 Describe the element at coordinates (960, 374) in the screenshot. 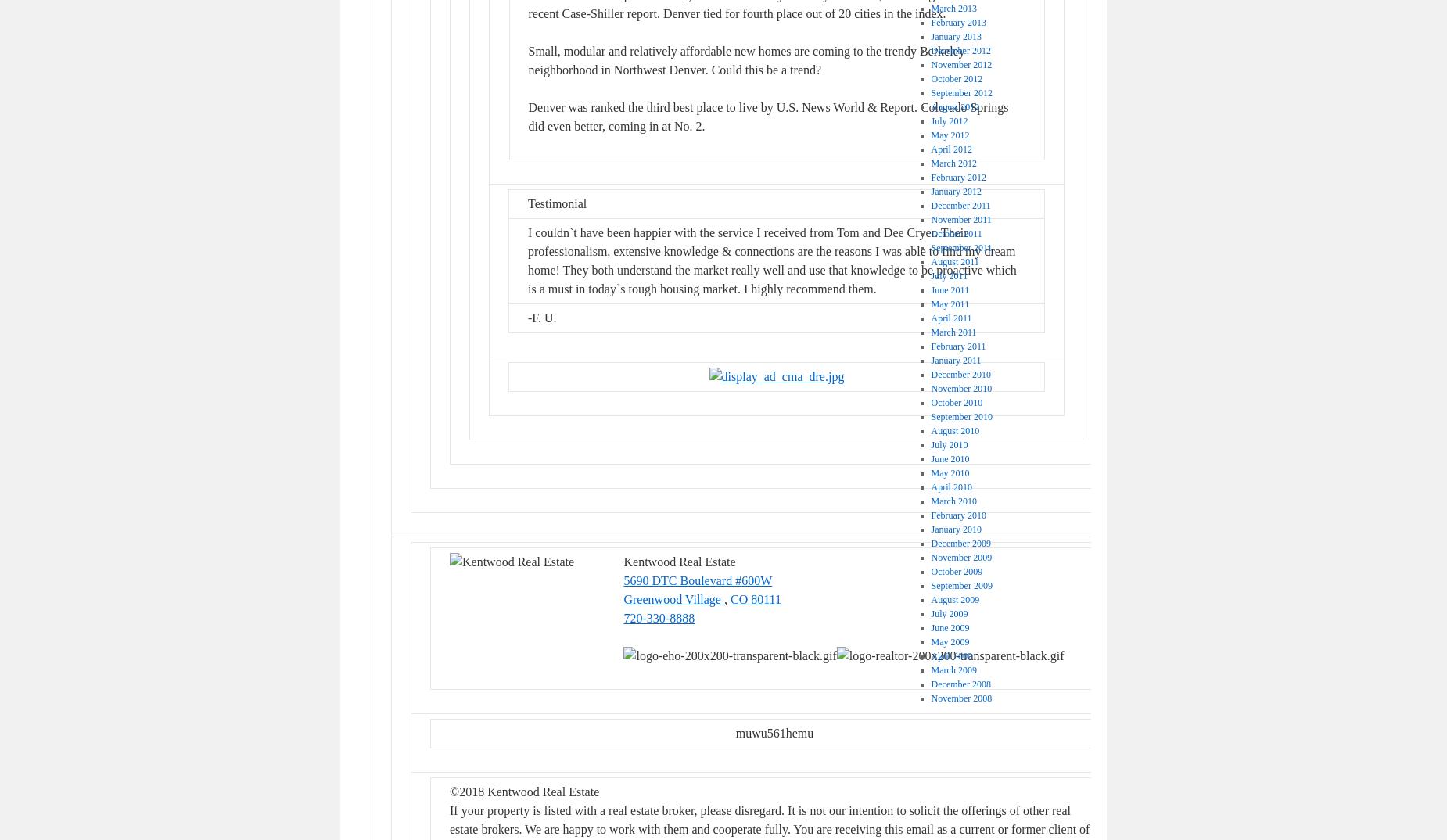

I see `'December 2010'` at that location.